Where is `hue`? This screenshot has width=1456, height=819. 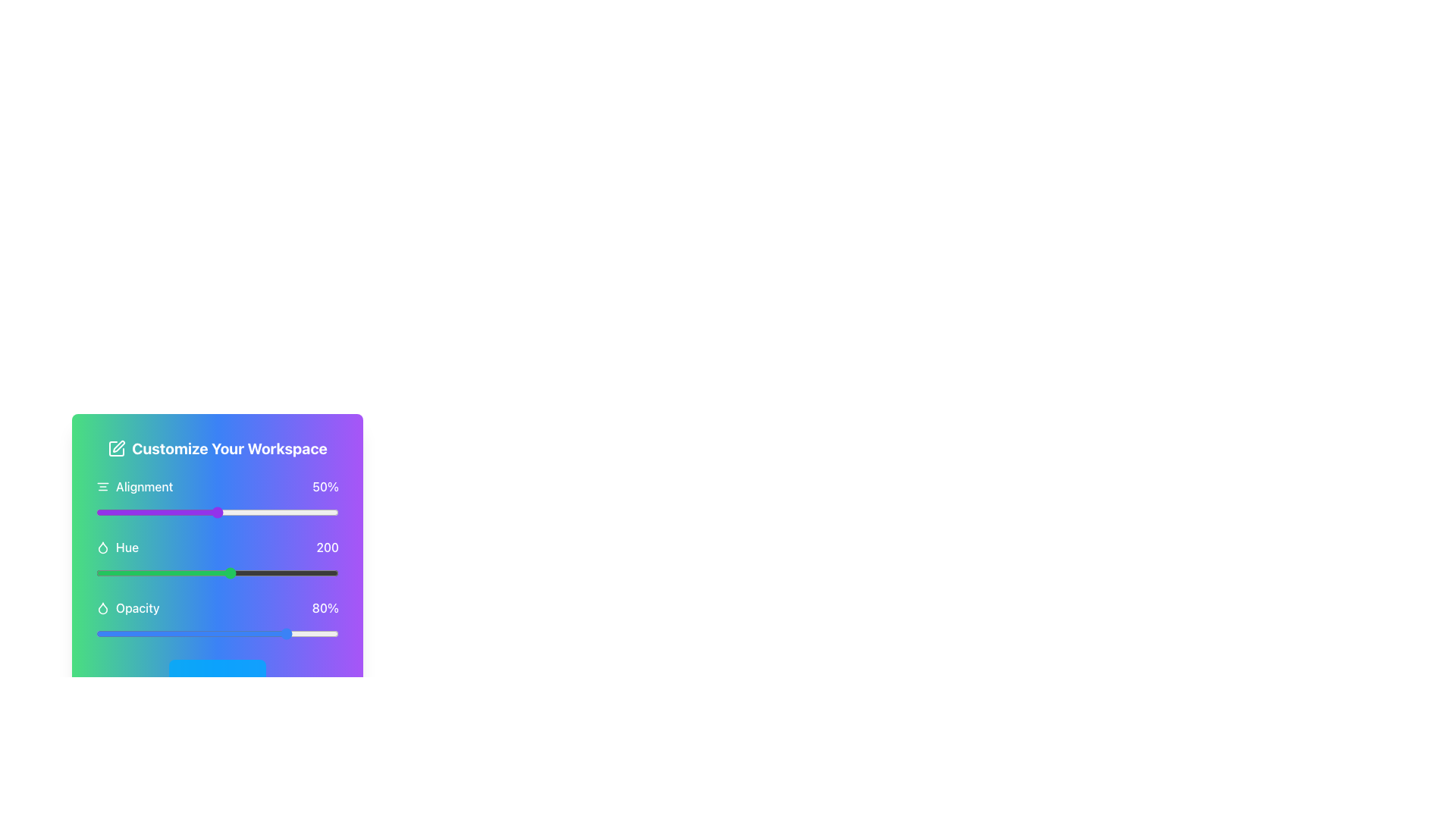 hue is located at coordinates (124, 573).